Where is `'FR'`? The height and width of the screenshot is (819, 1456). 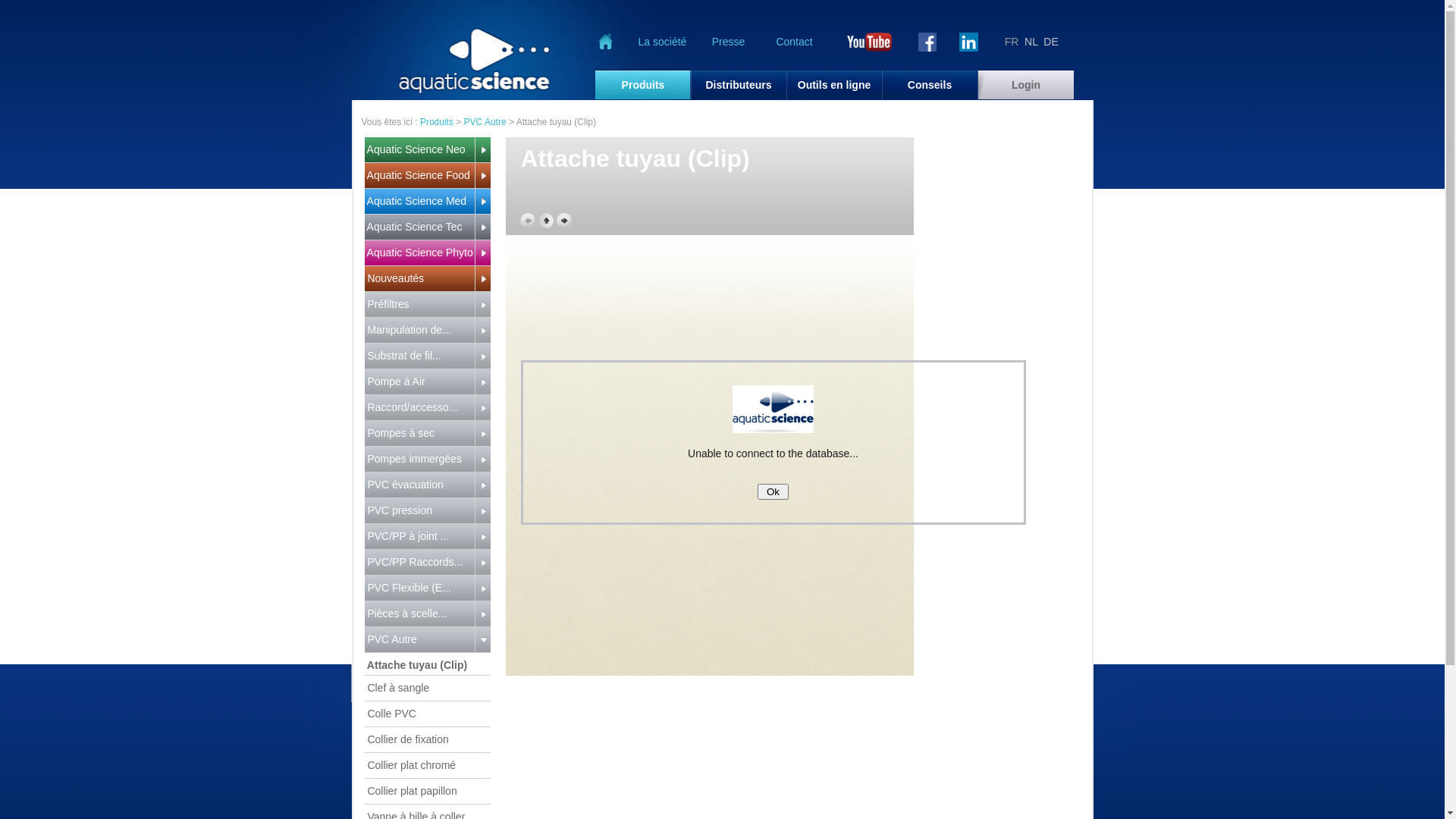 'FR' is located at coordinates (1012, 40).